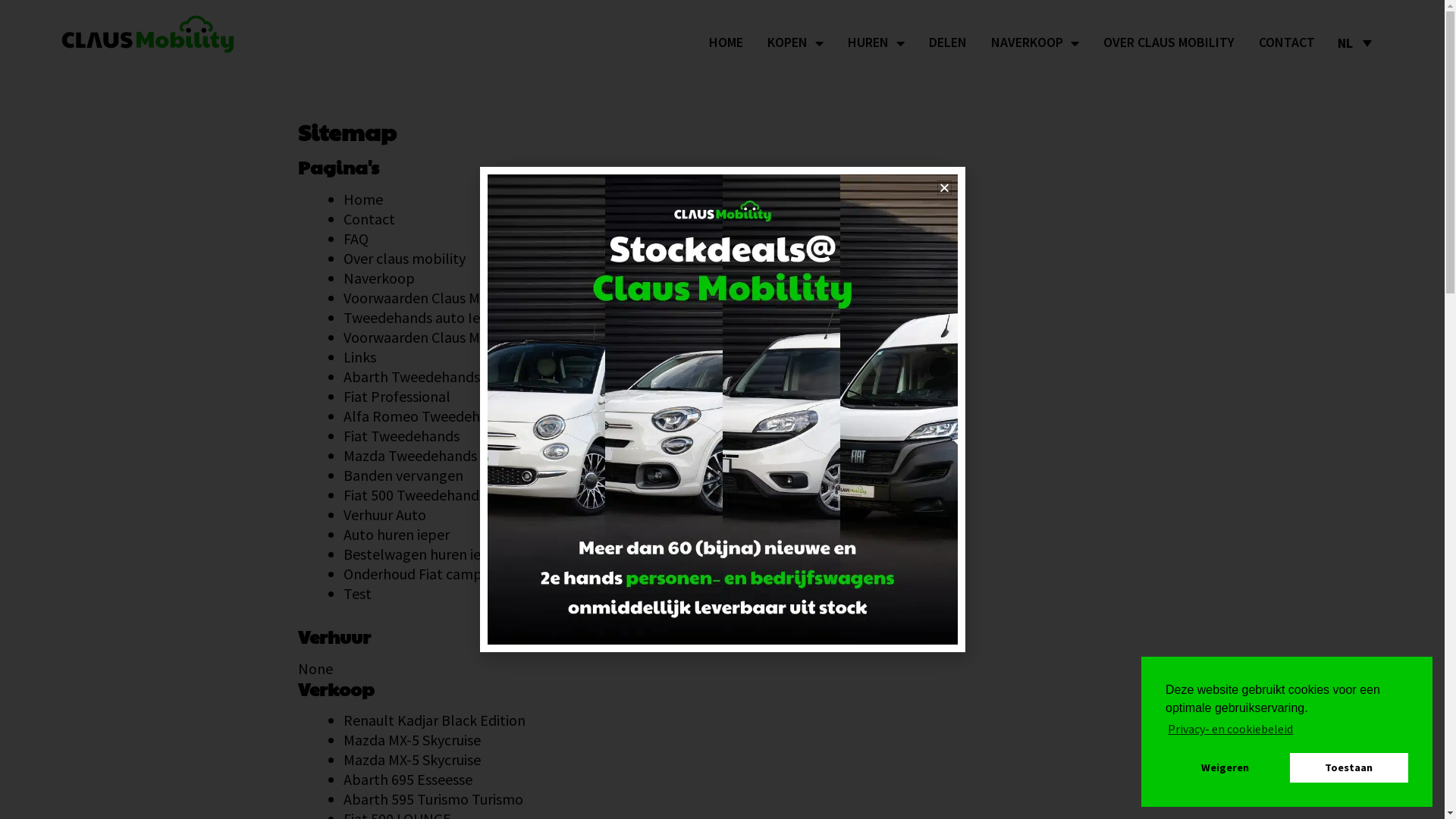  What do you see at coordinates (1168, 42) in the screenshot?
I see `'OVER CLAUS MOBILITY'` at bounding box center [1168, 42].